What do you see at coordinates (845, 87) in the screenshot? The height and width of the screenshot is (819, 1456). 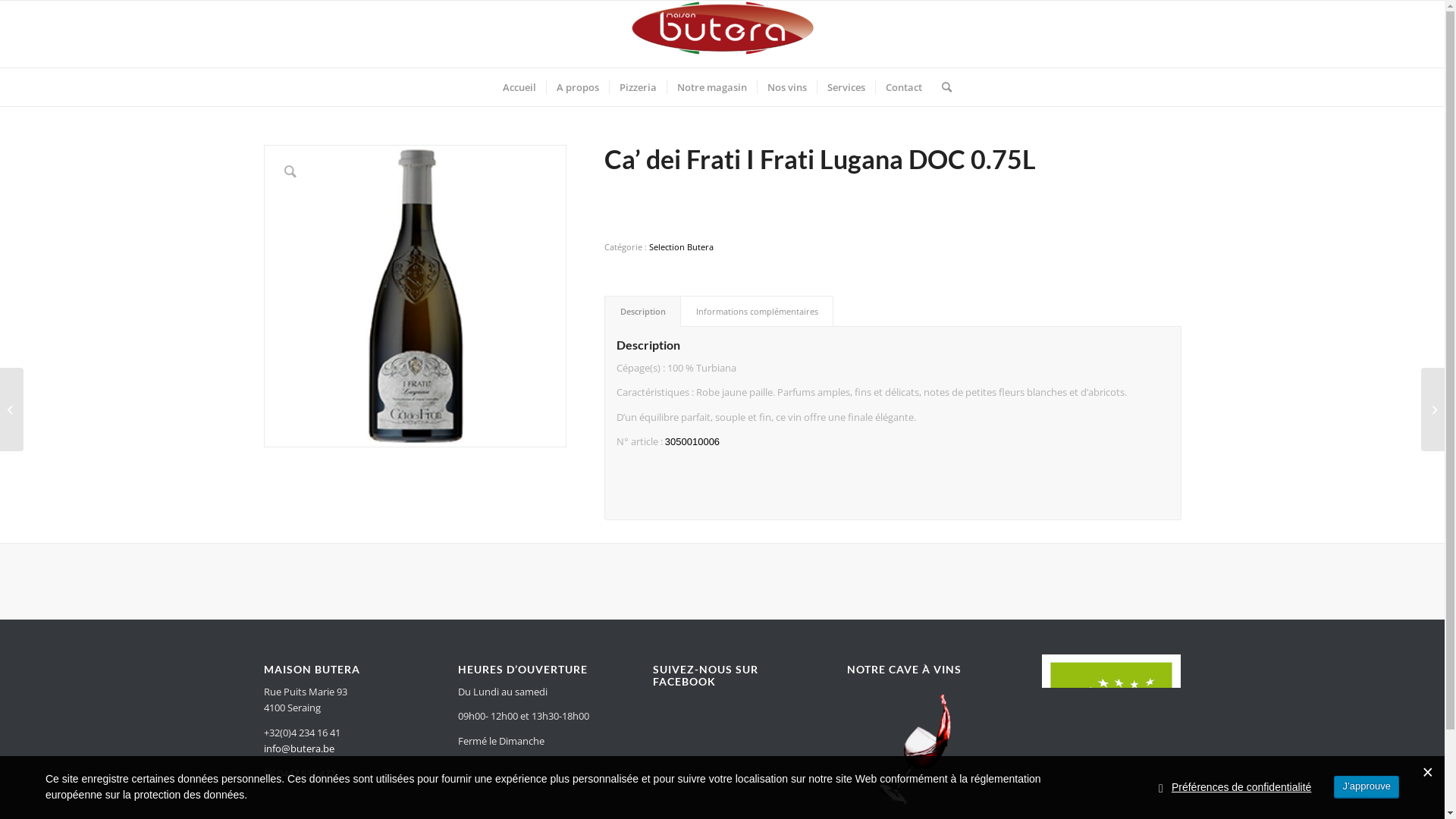 I see `'Services'` at bounding box center [845, 87].